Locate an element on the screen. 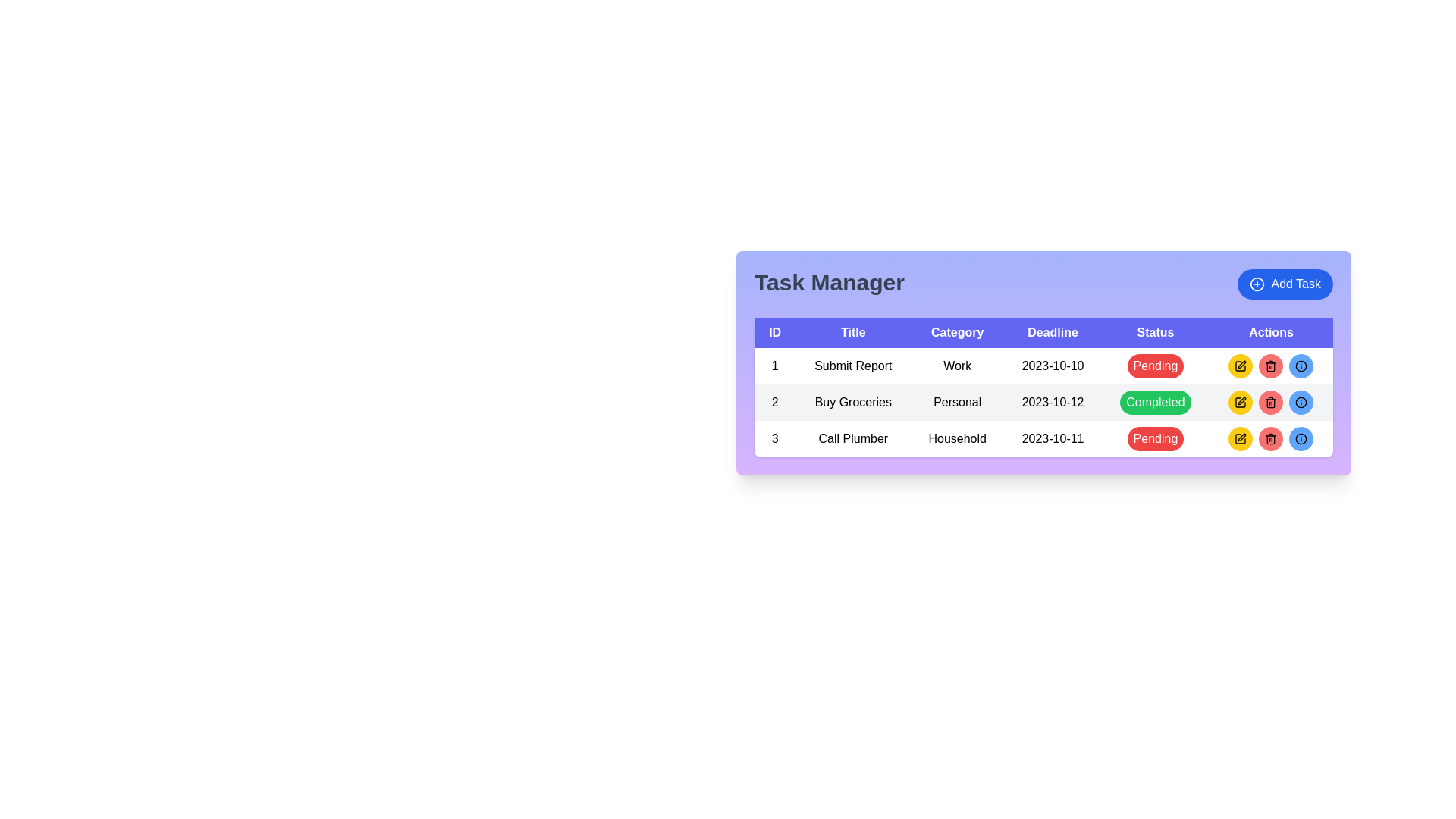  the 'Completed' status button located in the 'Status' column of the second row for the task titled 'Buy Groceries' in the 'Task Manager' table is located at coordinates (1154, 402).